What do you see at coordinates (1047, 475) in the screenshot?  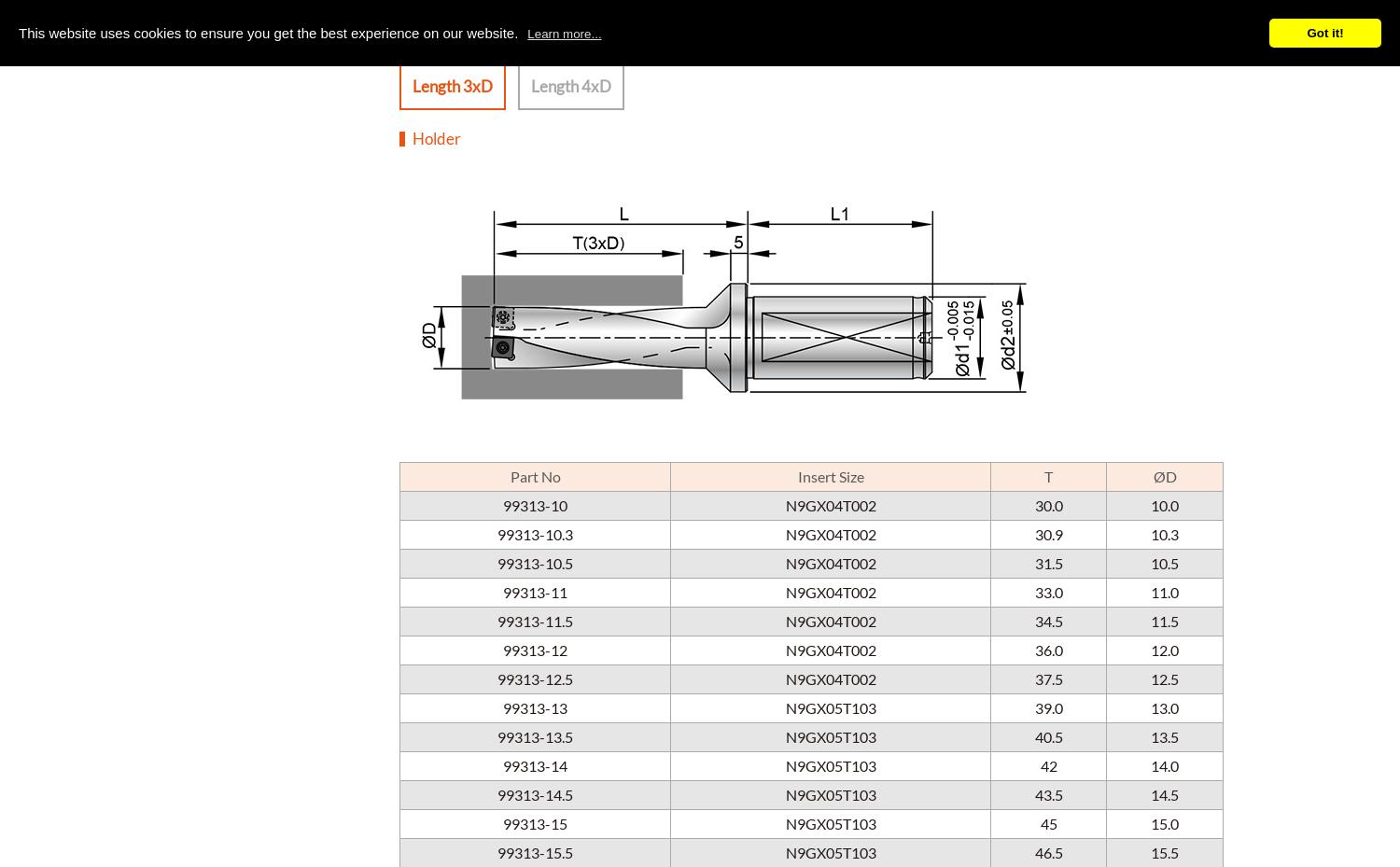 I see `'T'` at bounding box center [1047, 475].